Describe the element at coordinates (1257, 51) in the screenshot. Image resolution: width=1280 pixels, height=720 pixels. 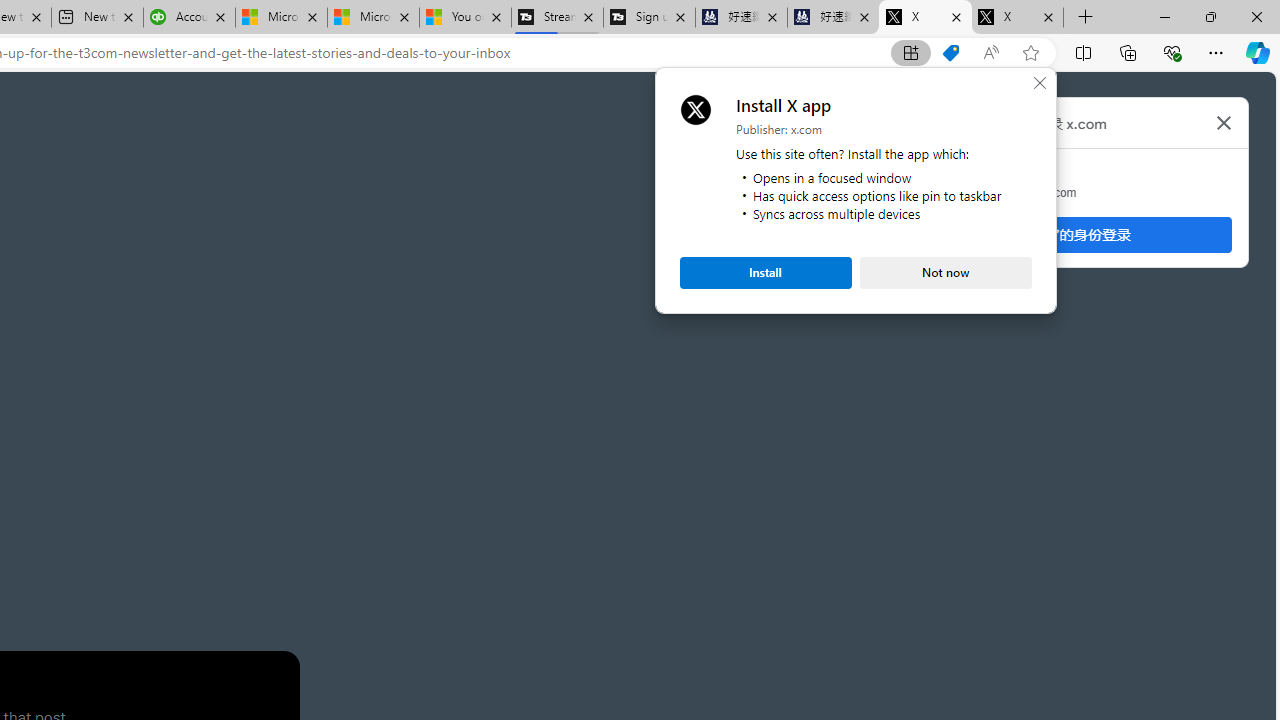
I see `'Copilot (Ctrl+Shift+.)'` at that location.